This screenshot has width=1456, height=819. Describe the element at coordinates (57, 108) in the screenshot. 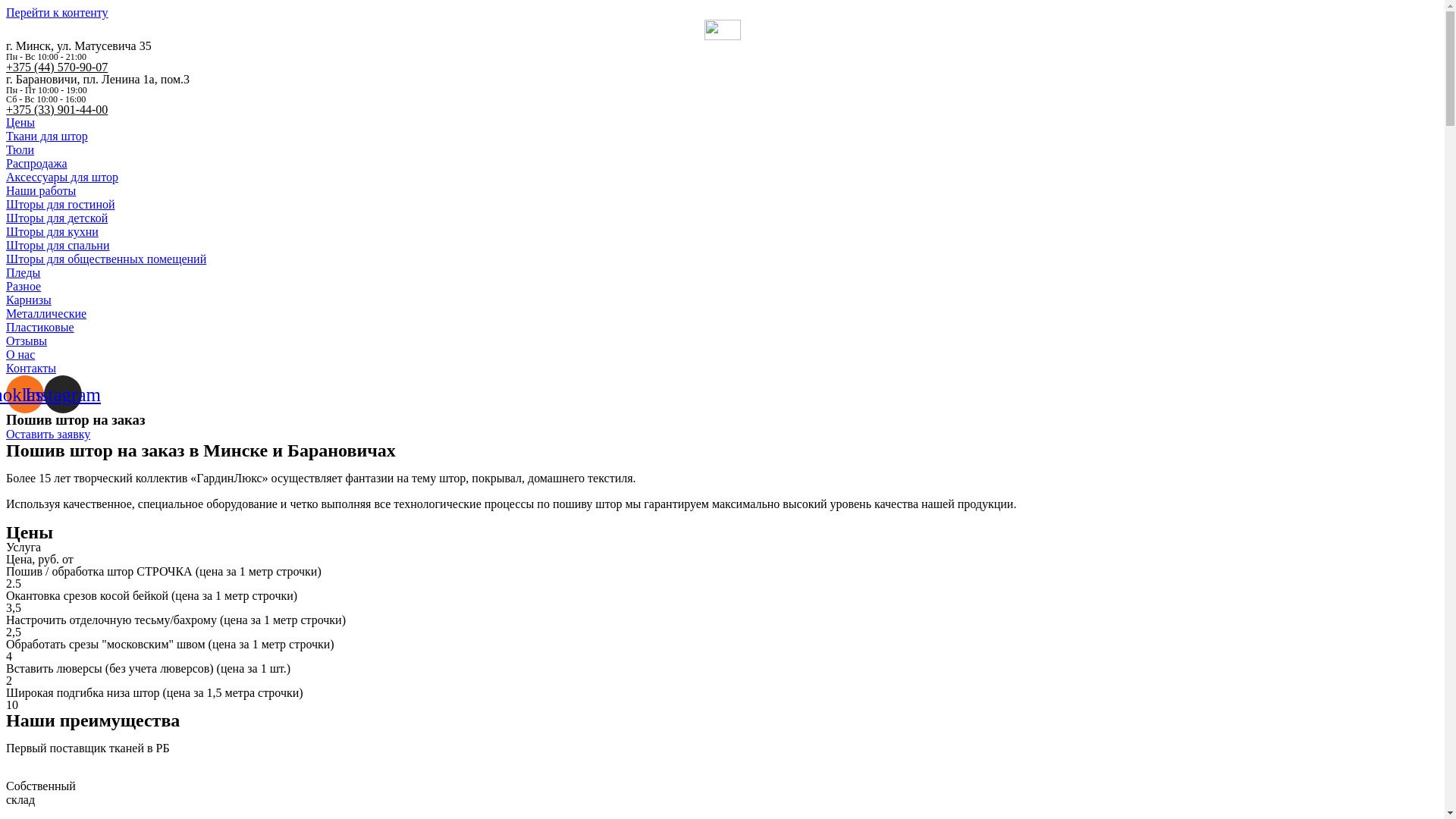

I see `'+375 (33) 901-44-00'` at that location.